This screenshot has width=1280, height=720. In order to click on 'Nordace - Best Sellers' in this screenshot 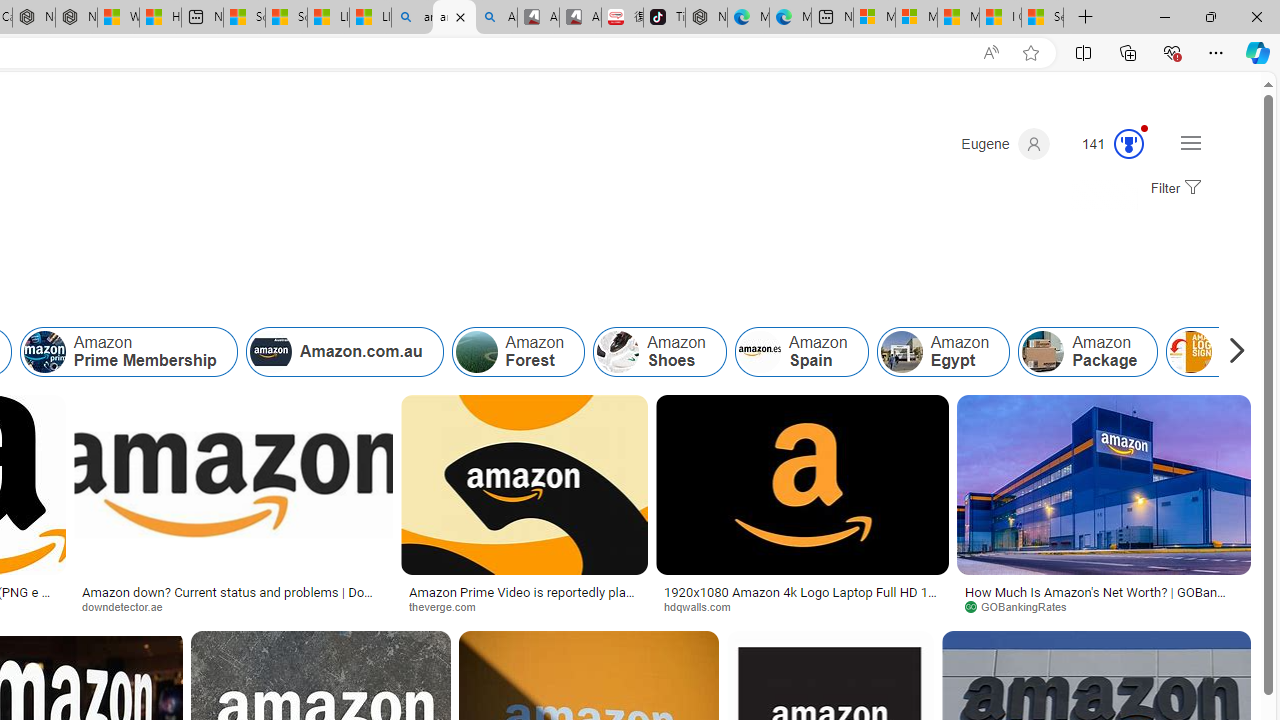, I will do `click(706, 17)`.